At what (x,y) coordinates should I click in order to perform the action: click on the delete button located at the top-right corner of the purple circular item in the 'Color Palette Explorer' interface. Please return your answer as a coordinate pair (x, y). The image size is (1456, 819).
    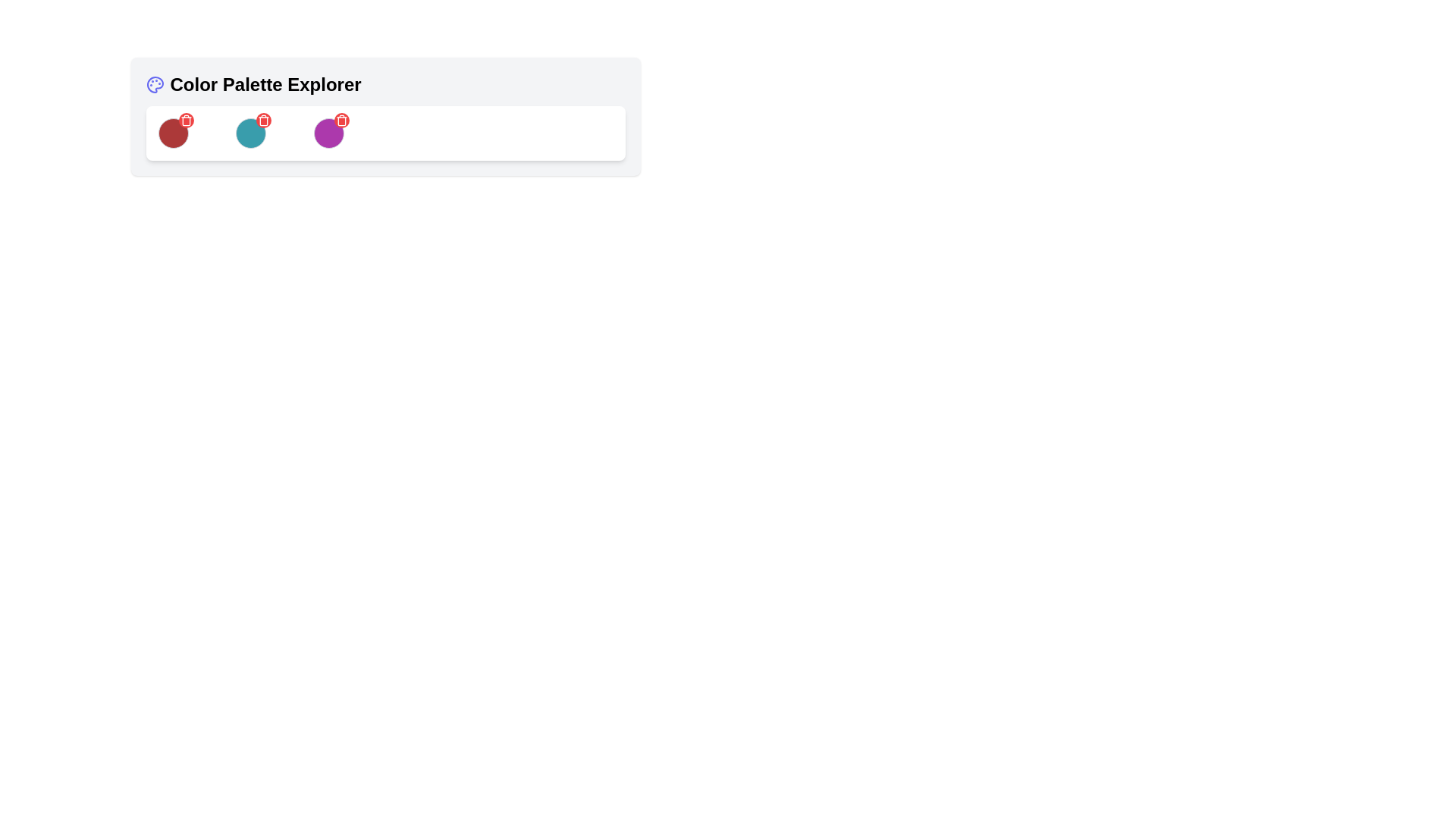
    Looking at the image, I should click on (340, 119).